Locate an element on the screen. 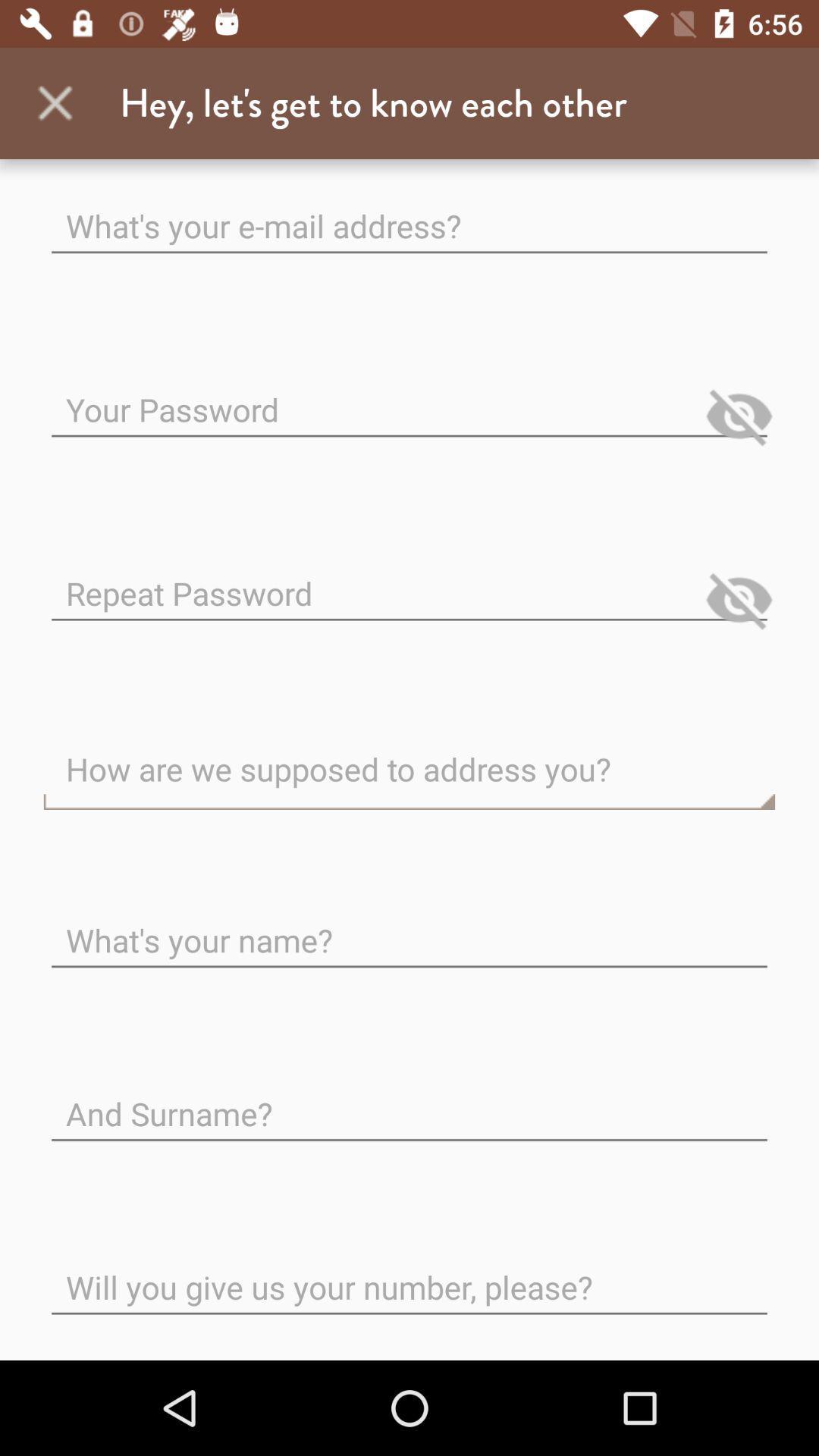  input phone number is located at coordinates (409, 1274).